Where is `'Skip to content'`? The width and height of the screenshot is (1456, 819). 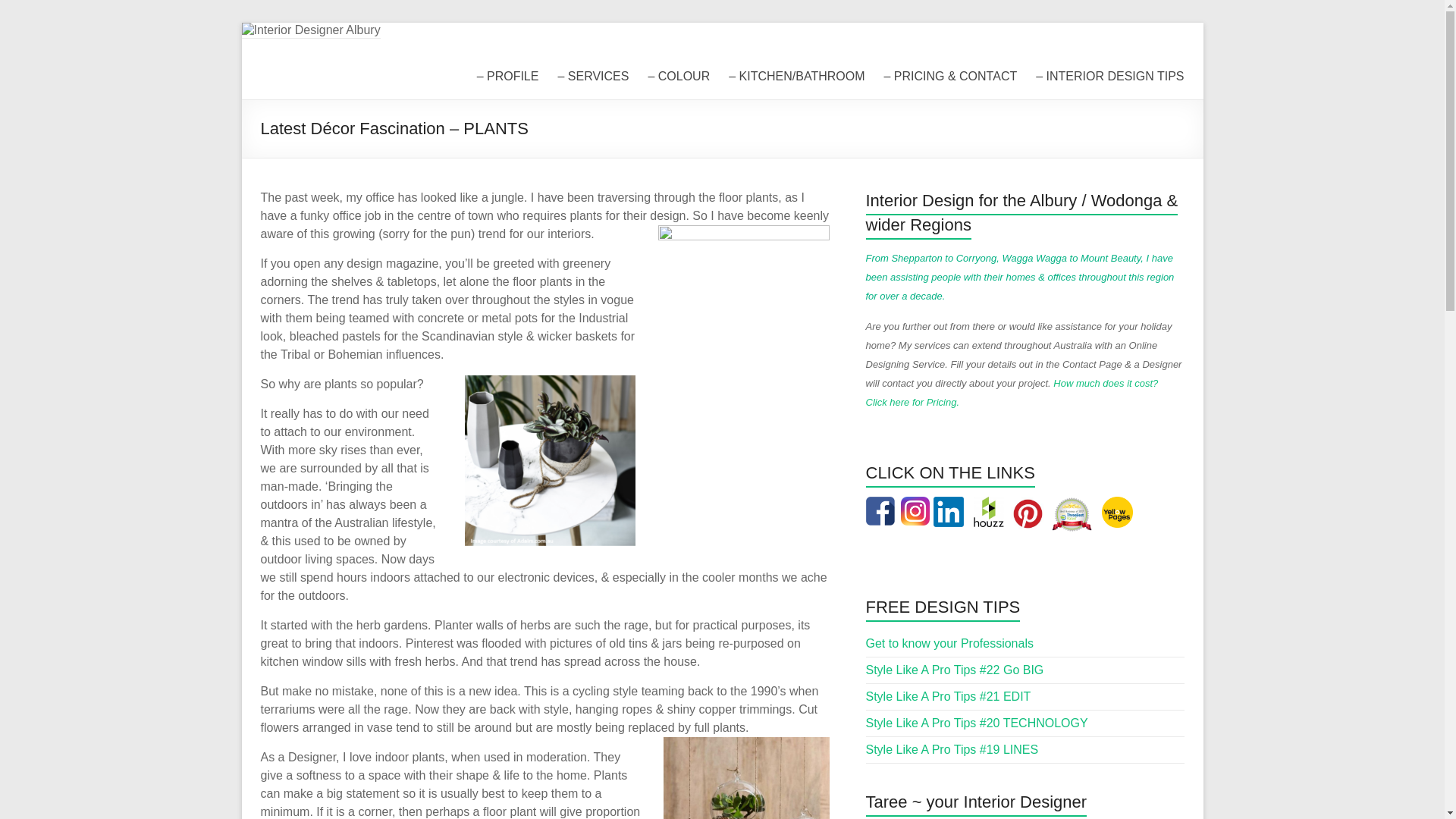
'Skip to content' is located at coordinates (240, 22).